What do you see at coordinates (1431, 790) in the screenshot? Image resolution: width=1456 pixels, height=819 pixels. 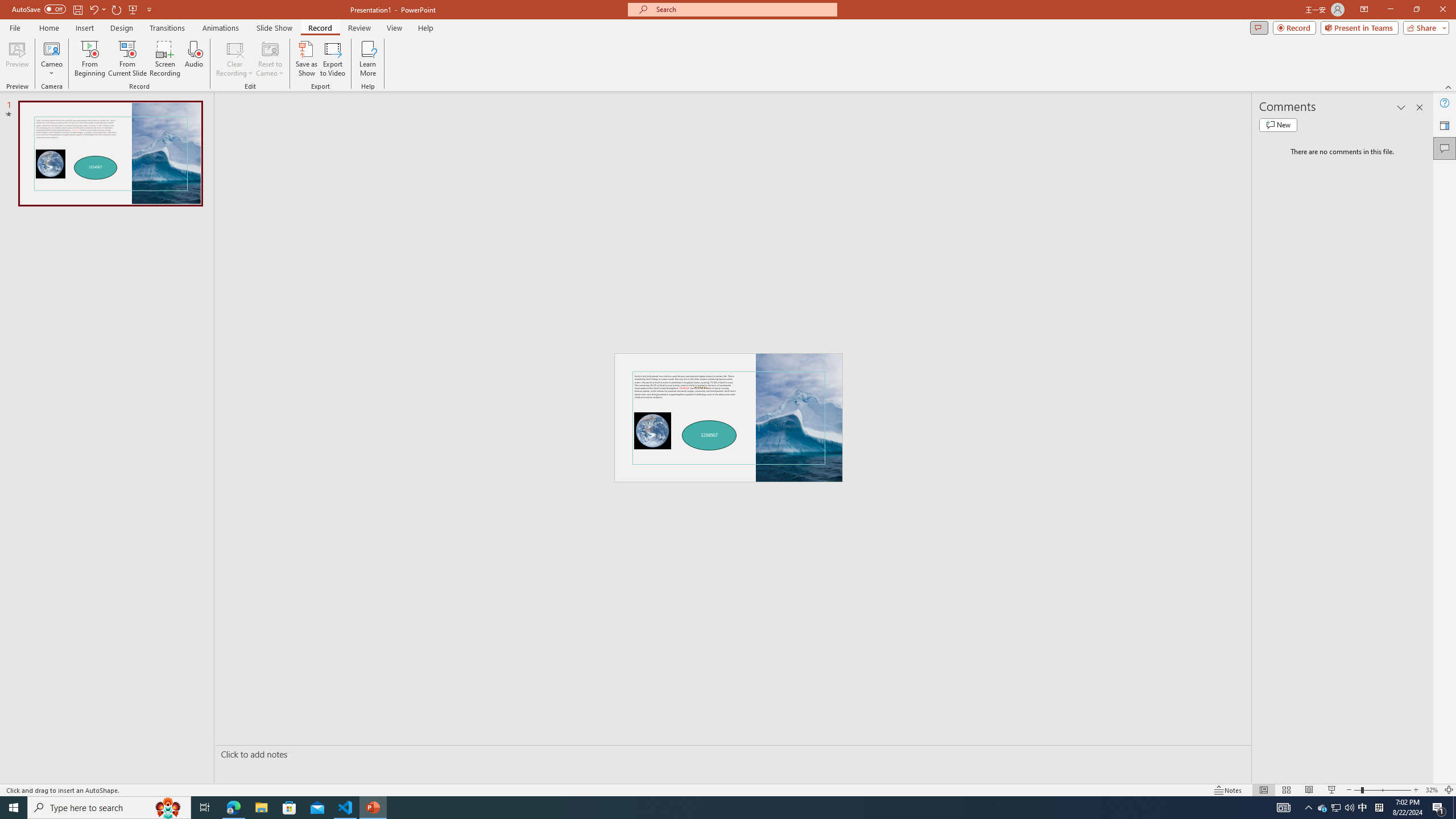 I see `'Zoom 32%'` at bounding box center [1431, 790].